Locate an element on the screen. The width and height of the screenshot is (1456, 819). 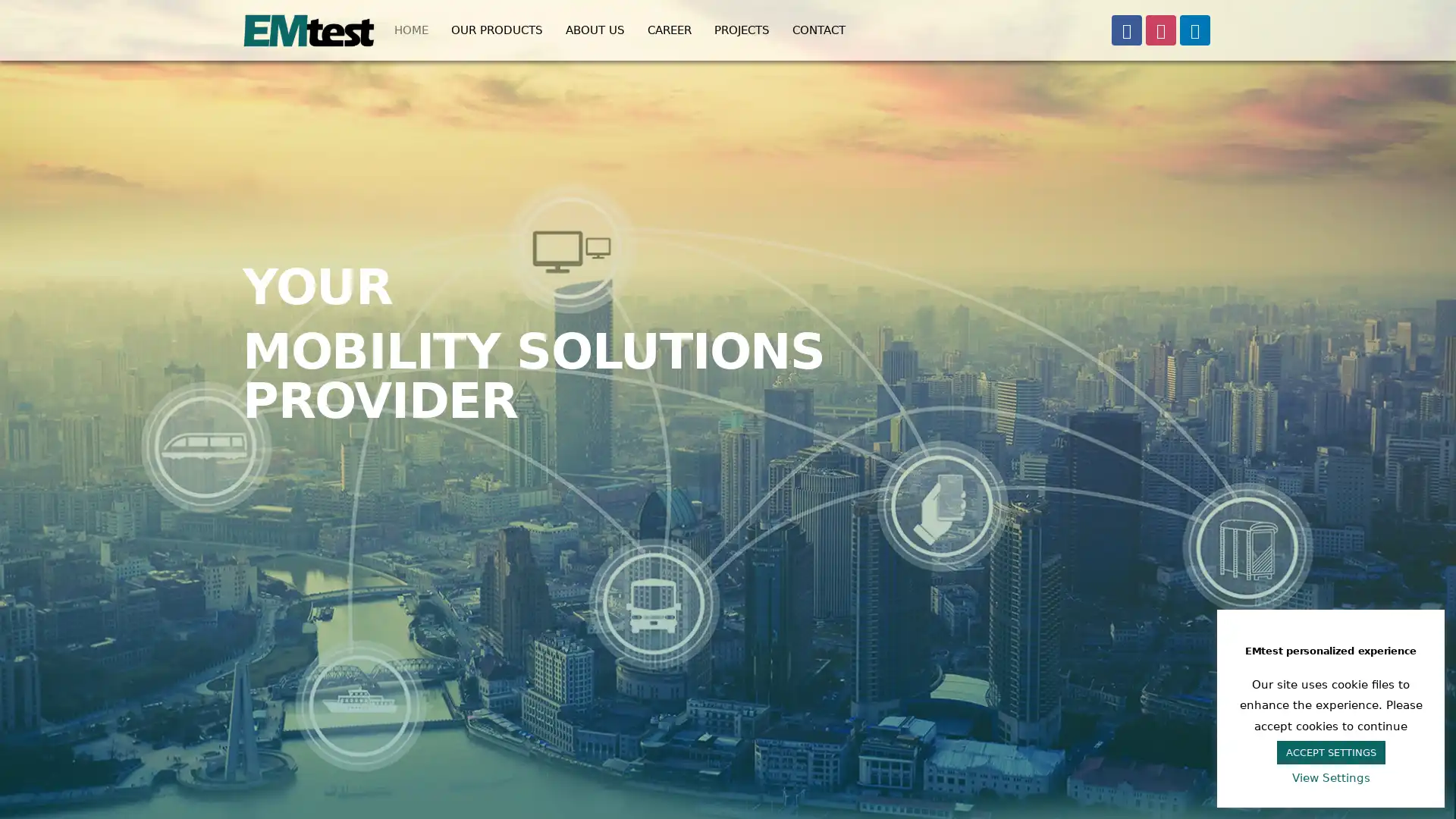
View Settings is located at coordinates (1329, 778).